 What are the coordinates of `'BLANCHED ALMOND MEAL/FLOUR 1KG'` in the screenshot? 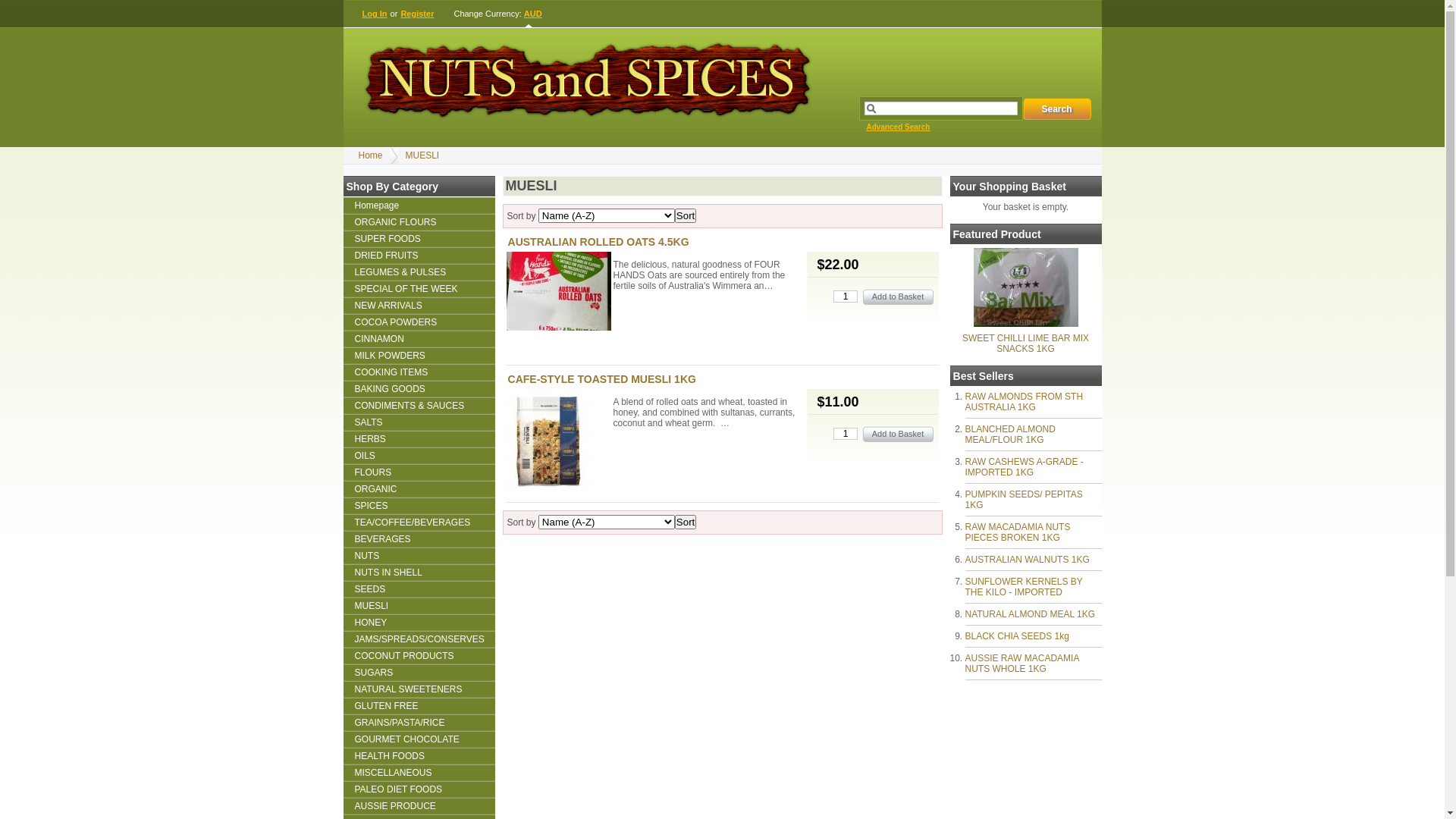 It's located at (1009, 435).